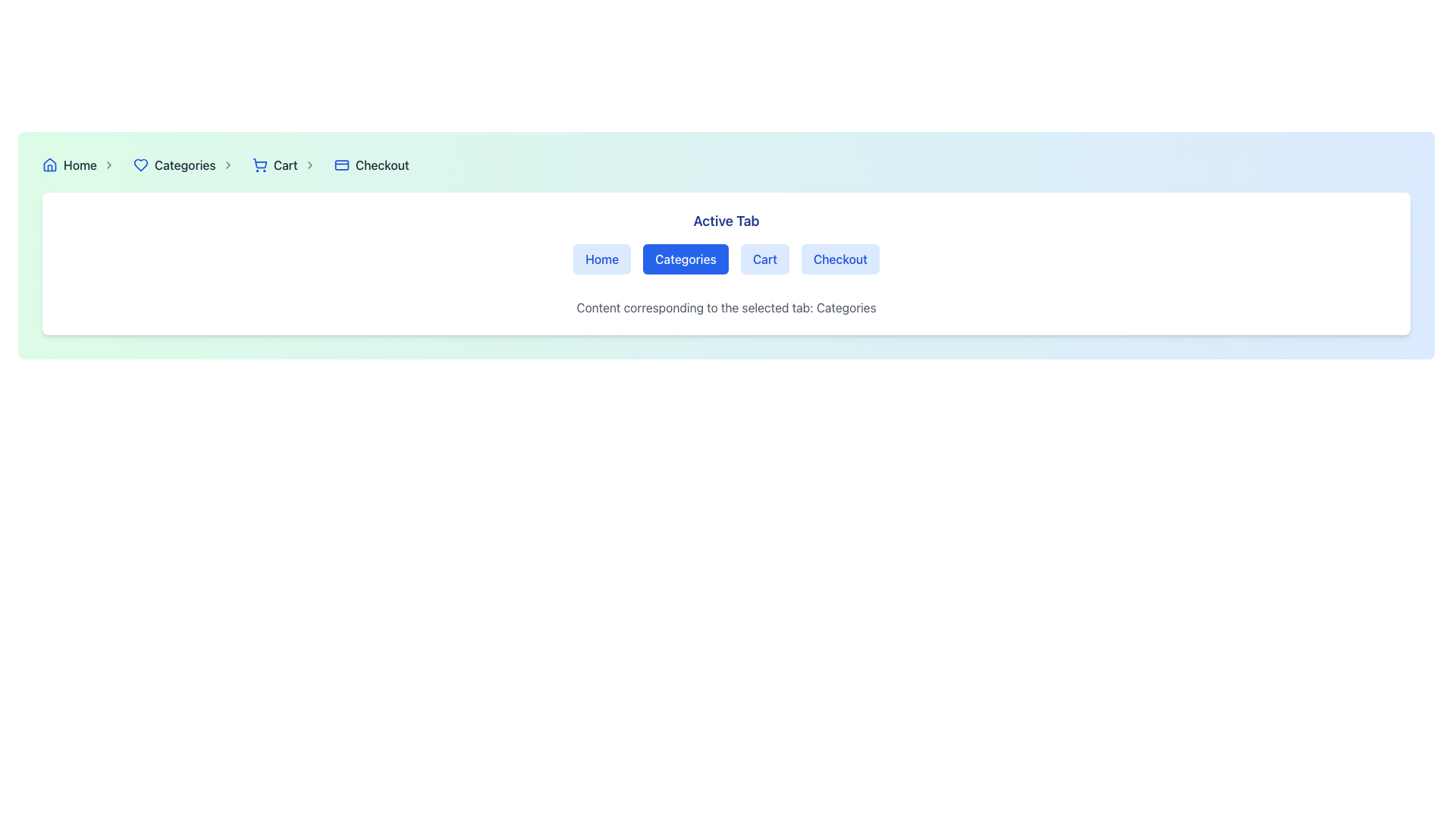 The image size is (1456, 819). I want to click on the second navigation button, so click(685, 259).